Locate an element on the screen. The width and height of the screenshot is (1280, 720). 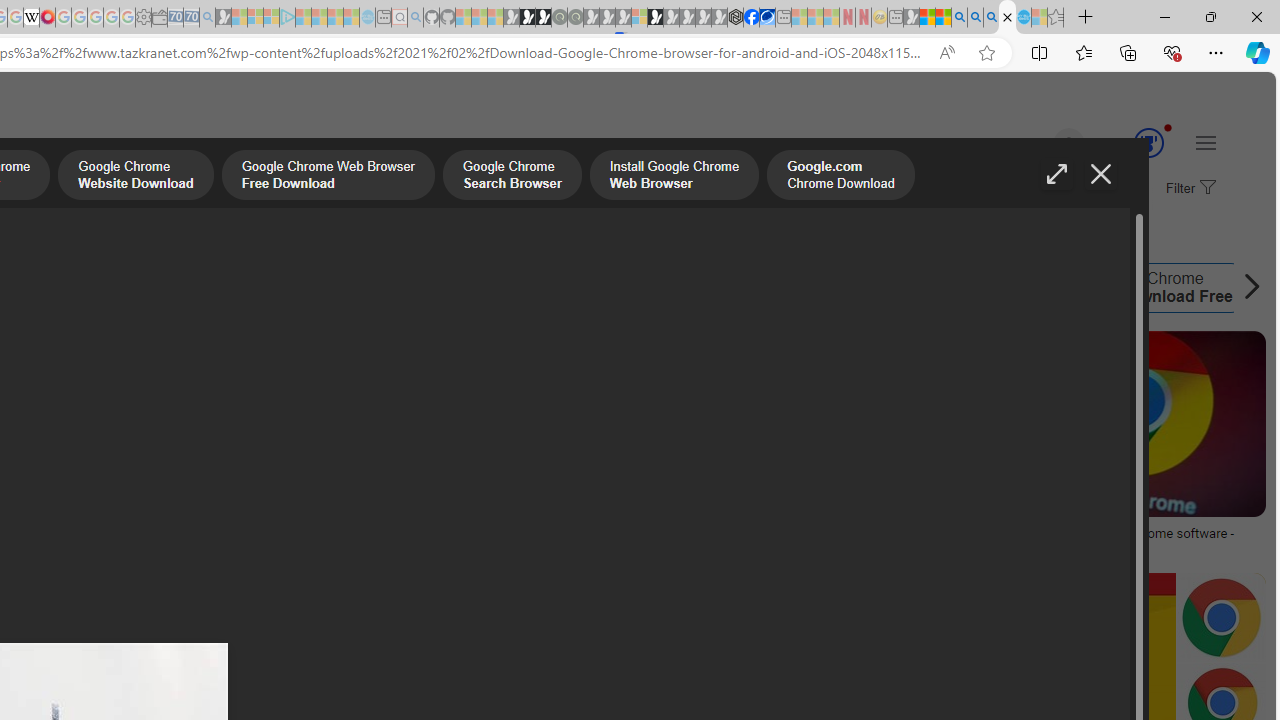
'Scroll right' is located at coordinates (1245, 288).